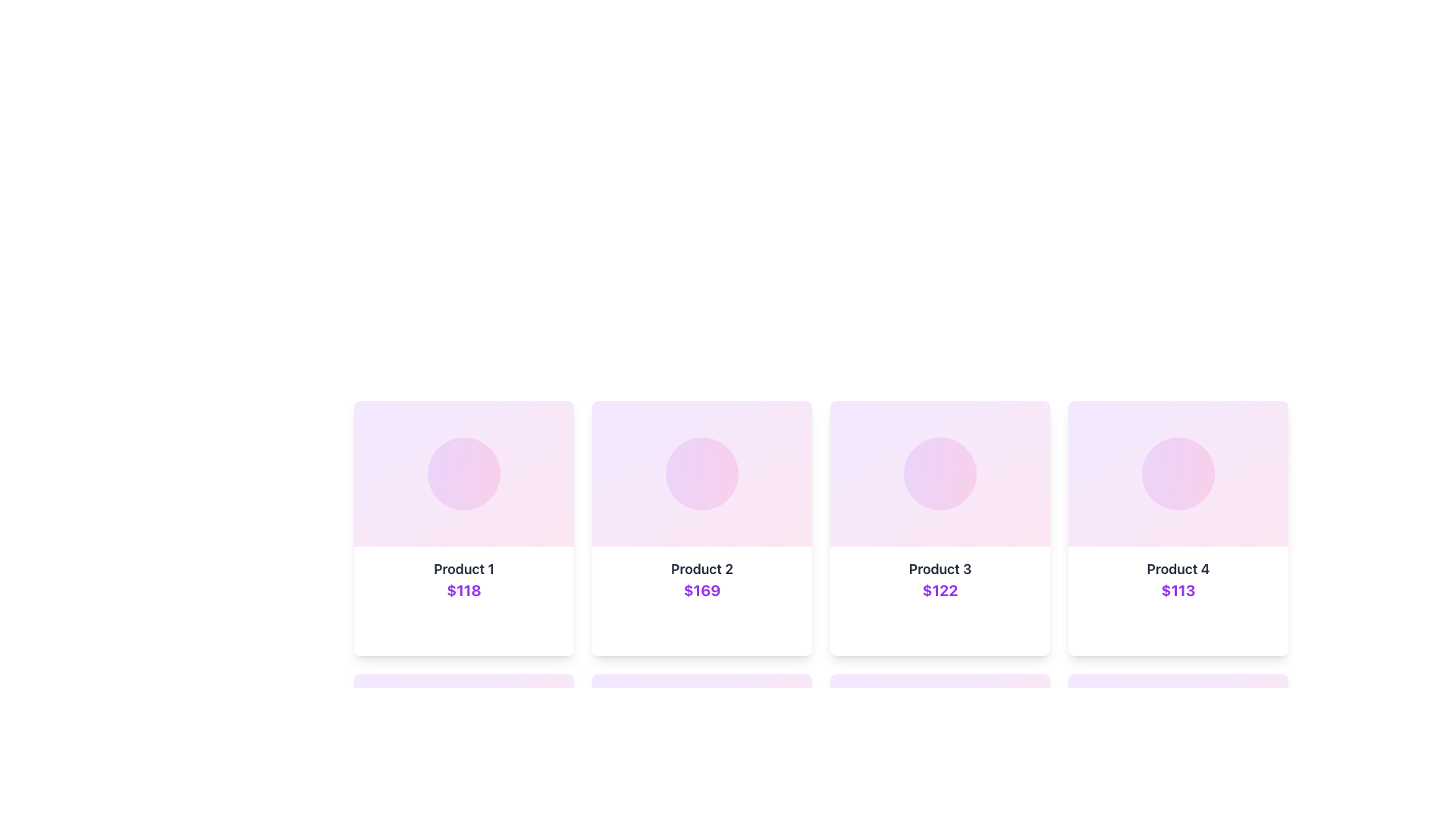  Describe the element at coordinates (701, 472) in the screenshot. I see `the circular gradient element with 20% opacity located in the 'Product 2' card, which is the second card in a row of four similar cards` at that location.